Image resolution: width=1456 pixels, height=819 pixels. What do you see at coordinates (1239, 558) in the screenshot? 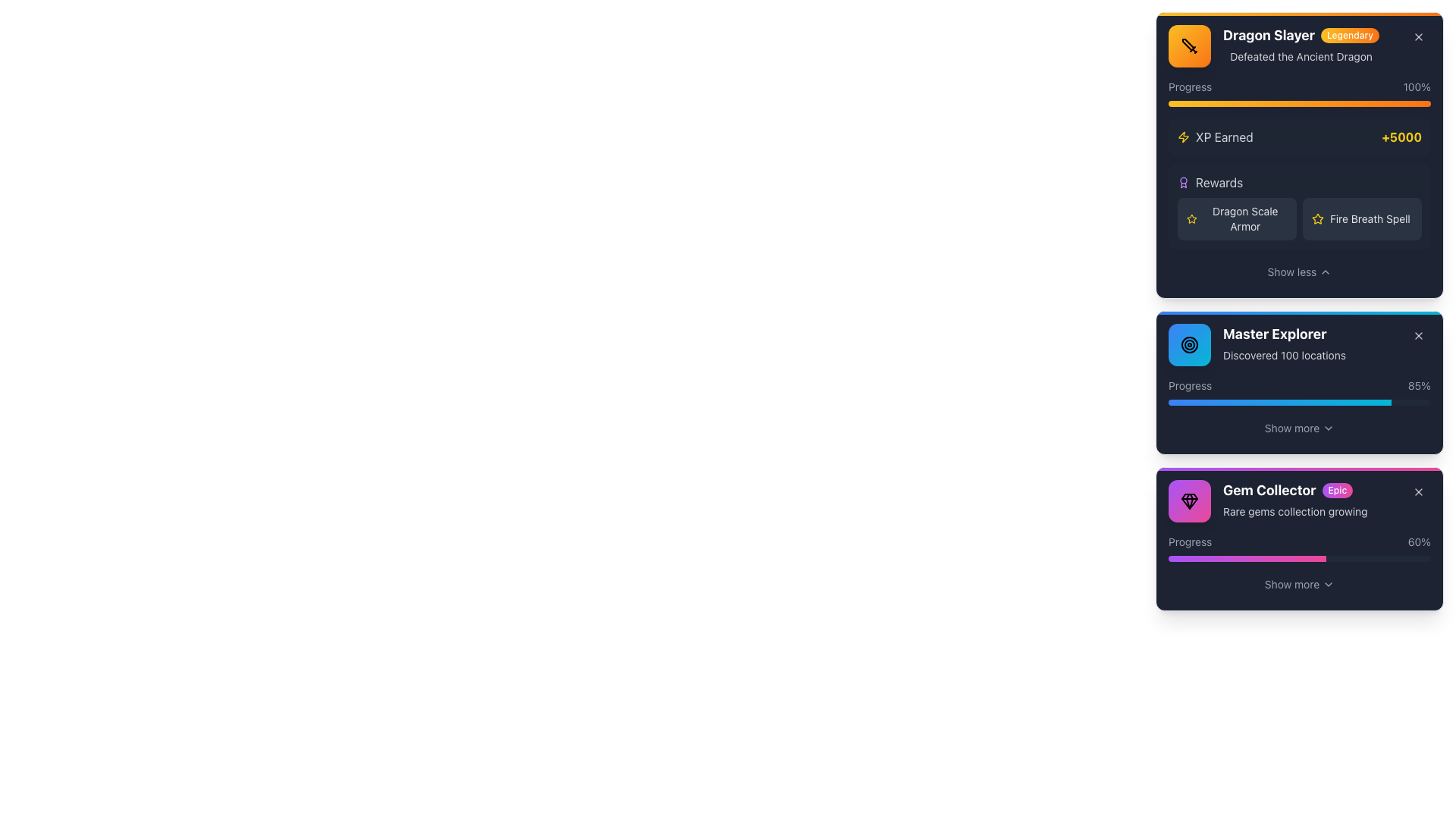
I see `the progress value` at bounding box center [1239, 558].